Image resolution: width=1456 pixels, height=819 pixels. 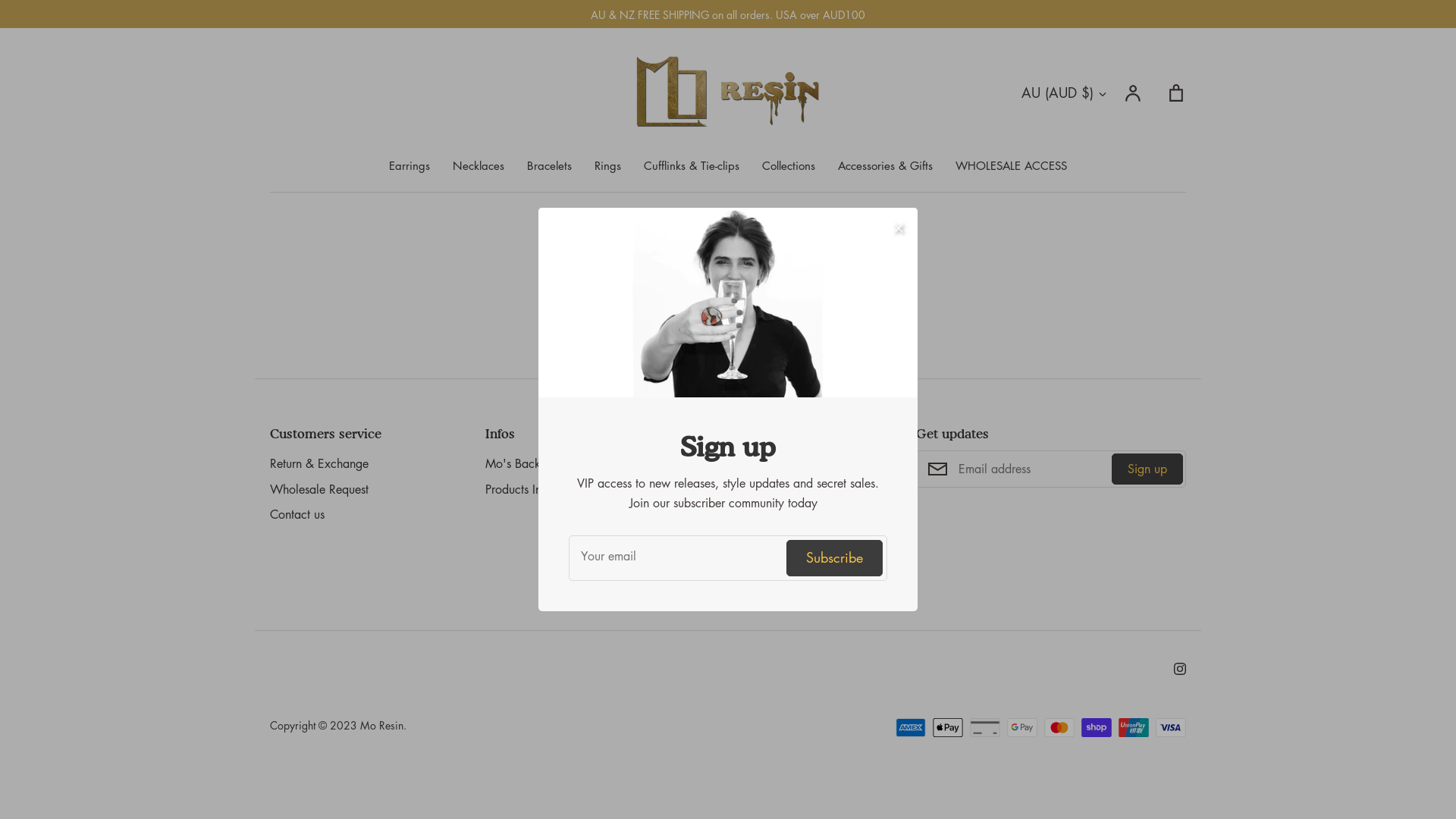 What do you see at coordinates (477, 165) in the screenshot?
I see `'Necklaces'` at bounding box center [477, 165].